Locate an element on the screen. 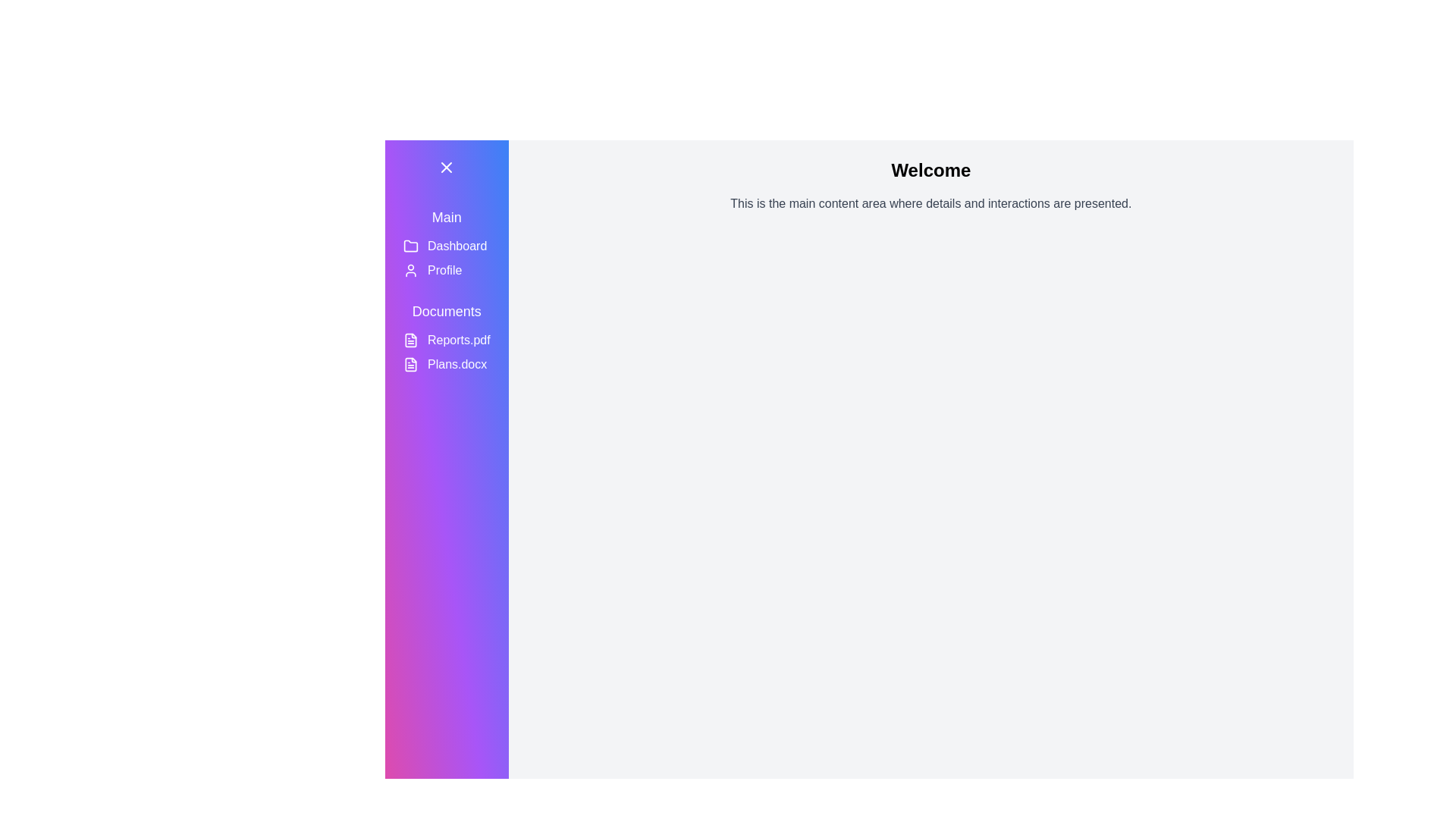  the text element displaying 'Plans.docx' in the vertical navigation sidebar is located at coordinates (457, 365).